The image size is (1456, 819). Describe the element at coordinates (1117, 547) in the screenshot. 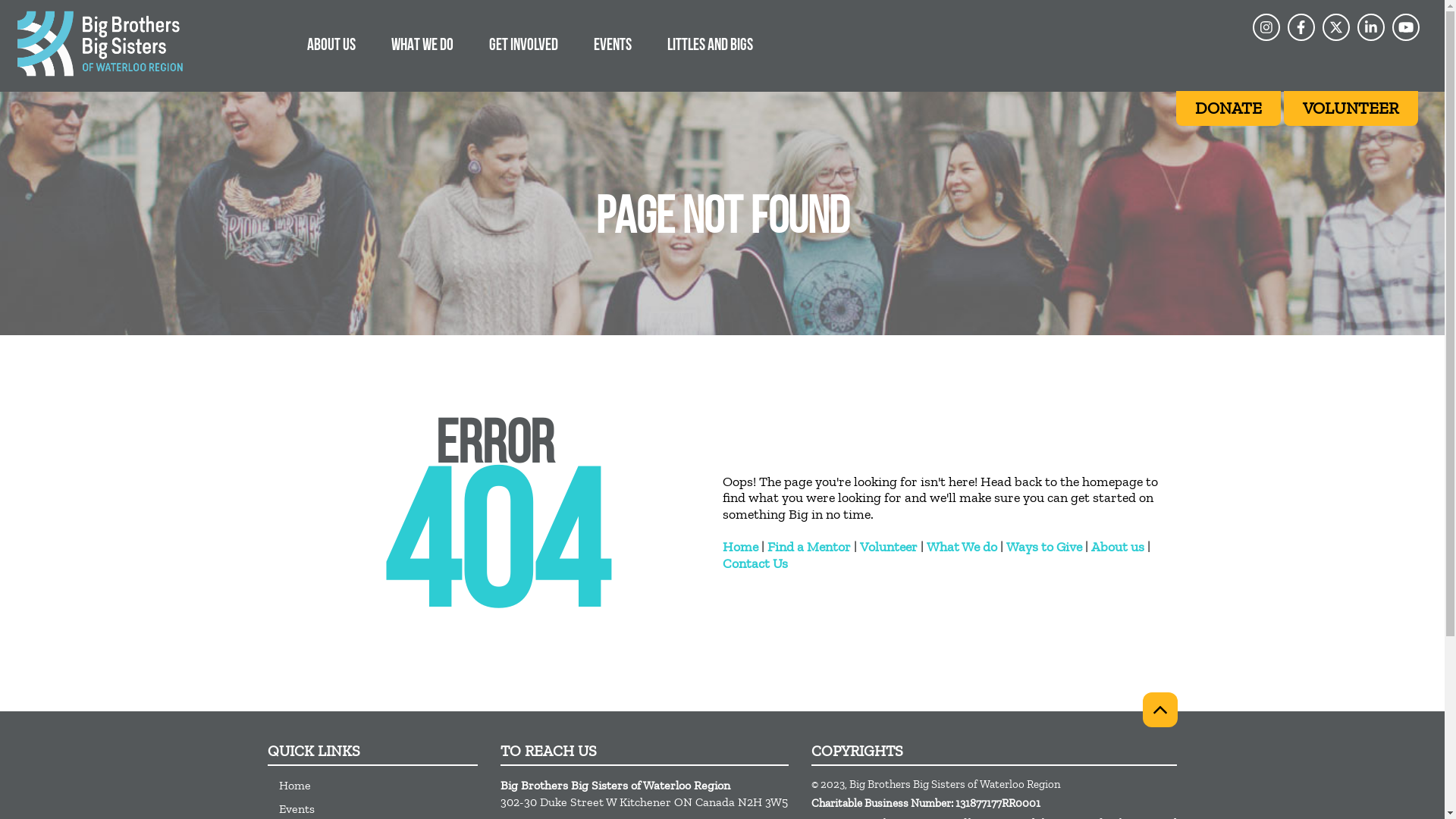

I see `'About us'` at that location.